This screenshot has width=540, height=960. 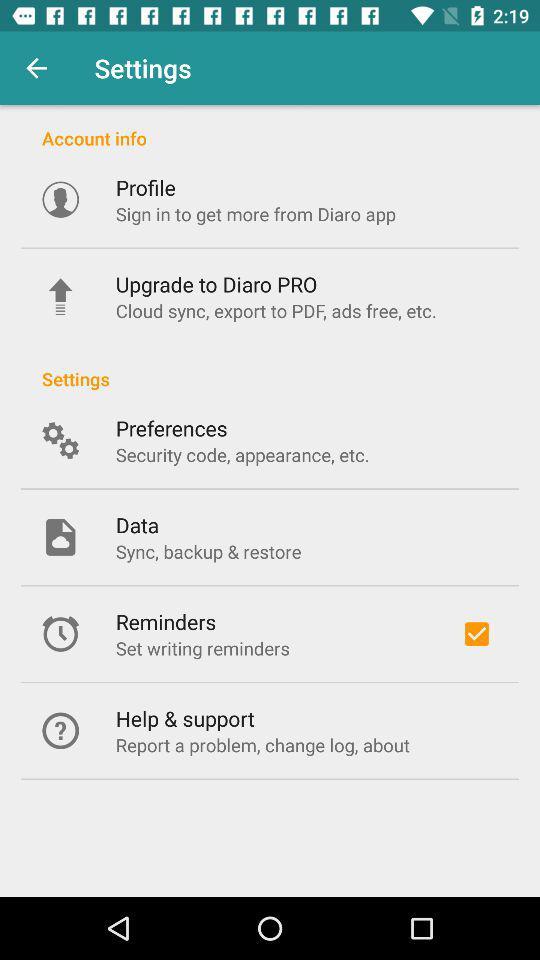 What do you see at coordinates (36, 68) in the screenshot?
I see `the icon above account info icon` at bounding box center [36, 68].